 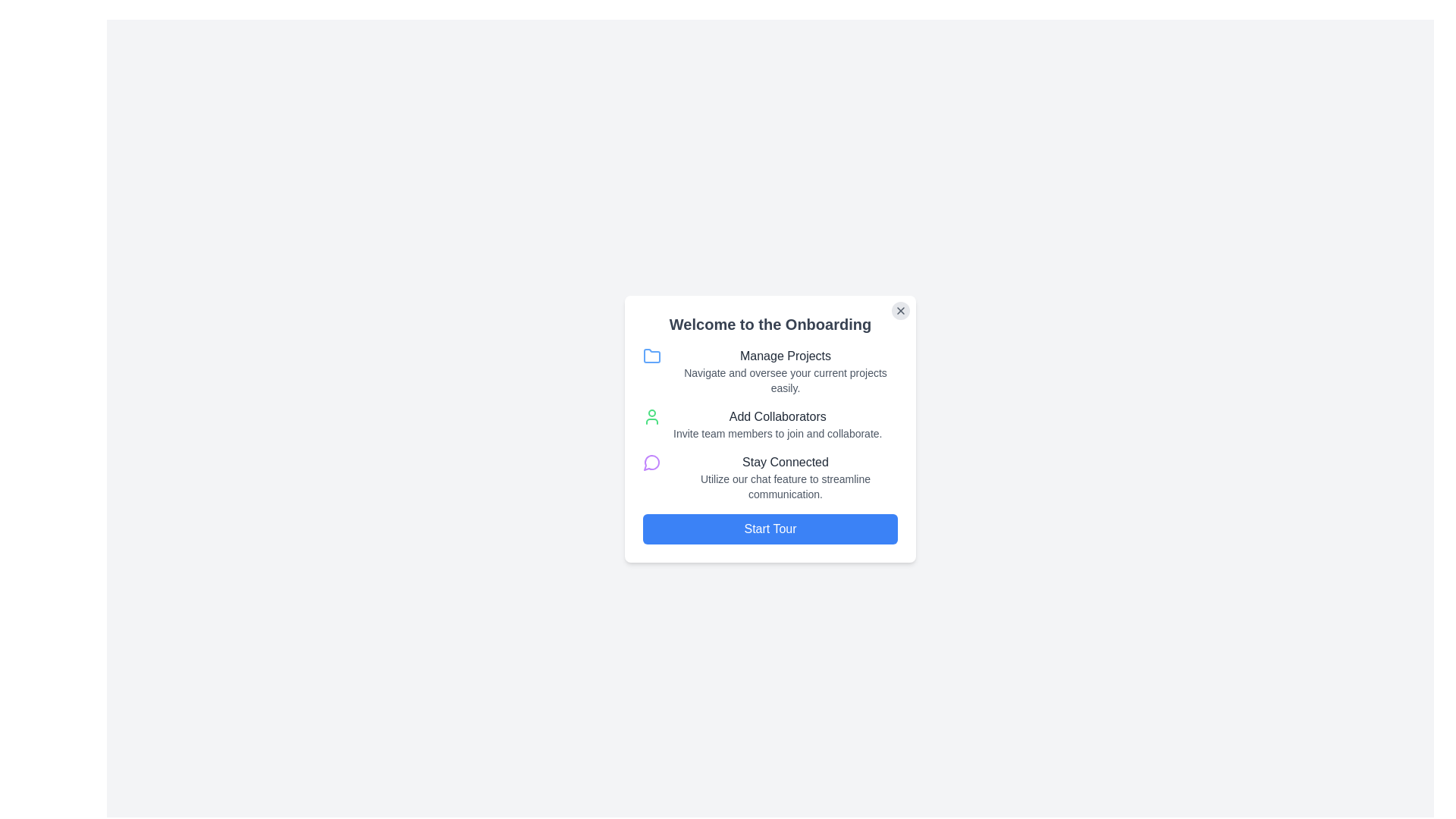 I want to click on the folder icon, which has a light blue outline, so click(x=651, y=356).